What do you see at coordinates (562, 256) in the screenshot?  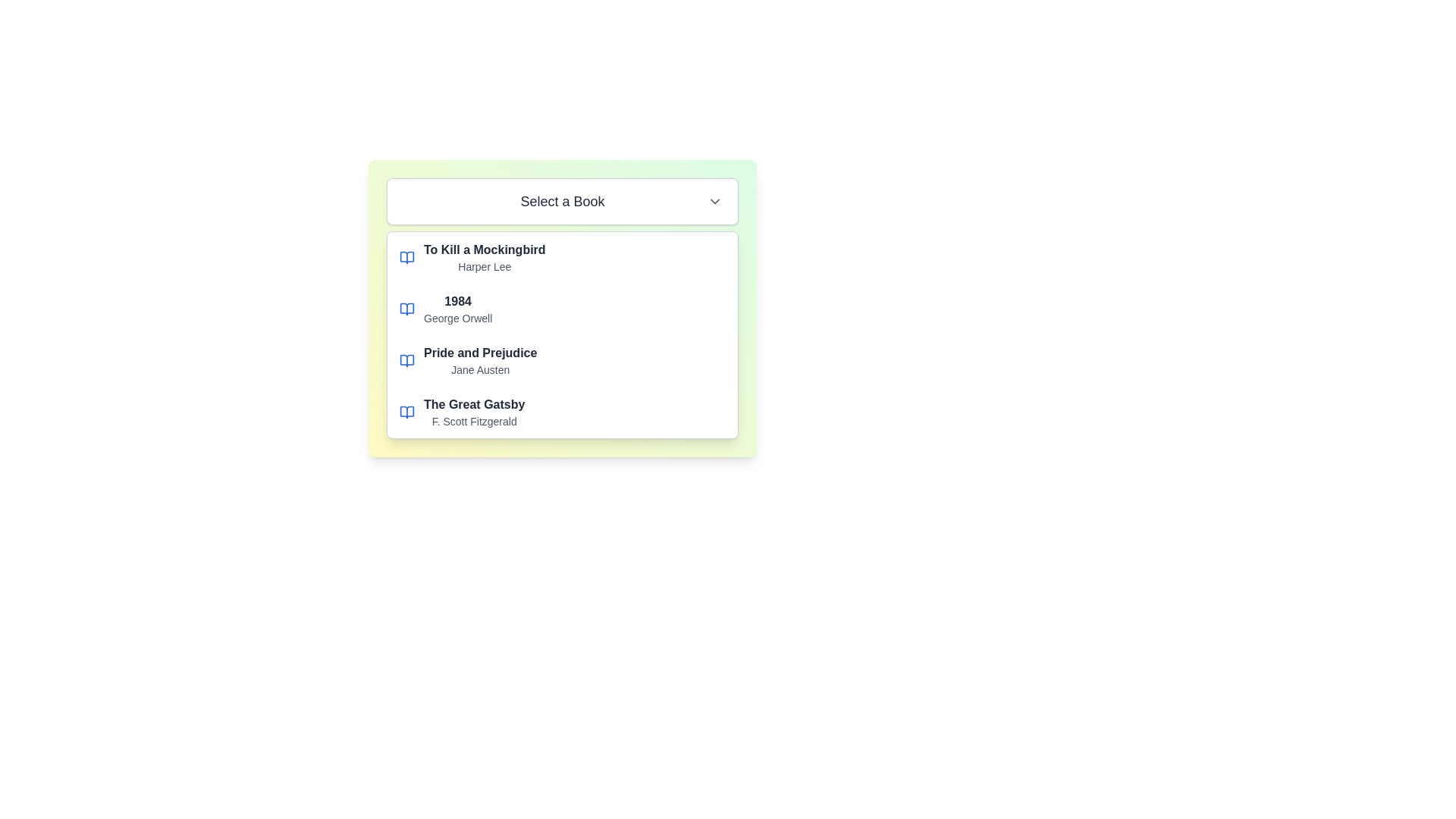 I see `the first list item displaying the book title 'To Kill a Mockingbird' and author 'Harper Lee'` at bounding box center [562, 256].